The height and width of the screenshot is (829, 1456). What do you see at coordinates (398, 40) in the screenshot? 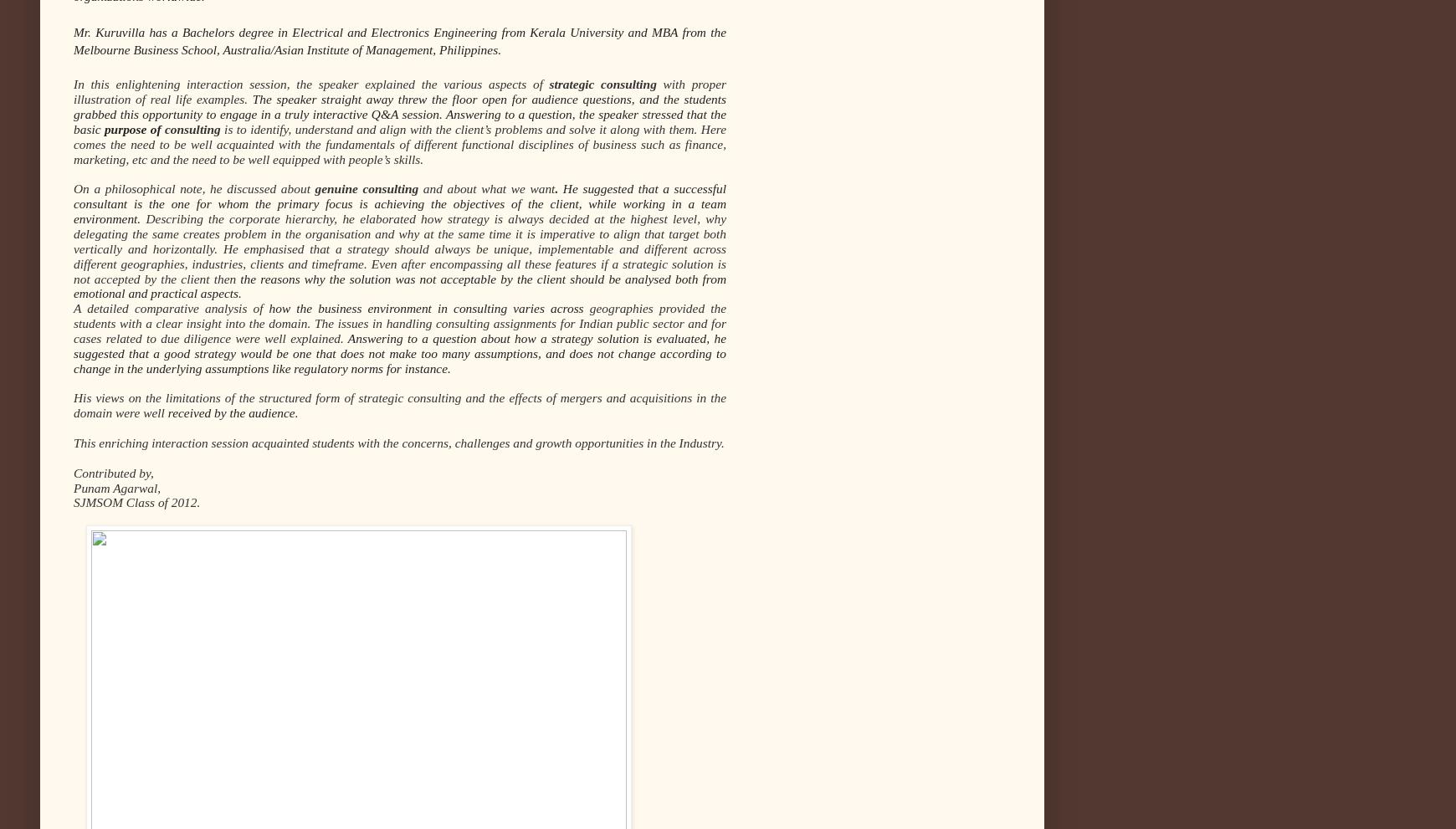
I see `'Mr. Kuruvilla has a Bachelors degree in Electrical and Electronics Engineering from Kerala University and MBA from the Melbourne Business School, Australia/Asian Institute of Management, Philippines.'` at bounding box center [398, 40].